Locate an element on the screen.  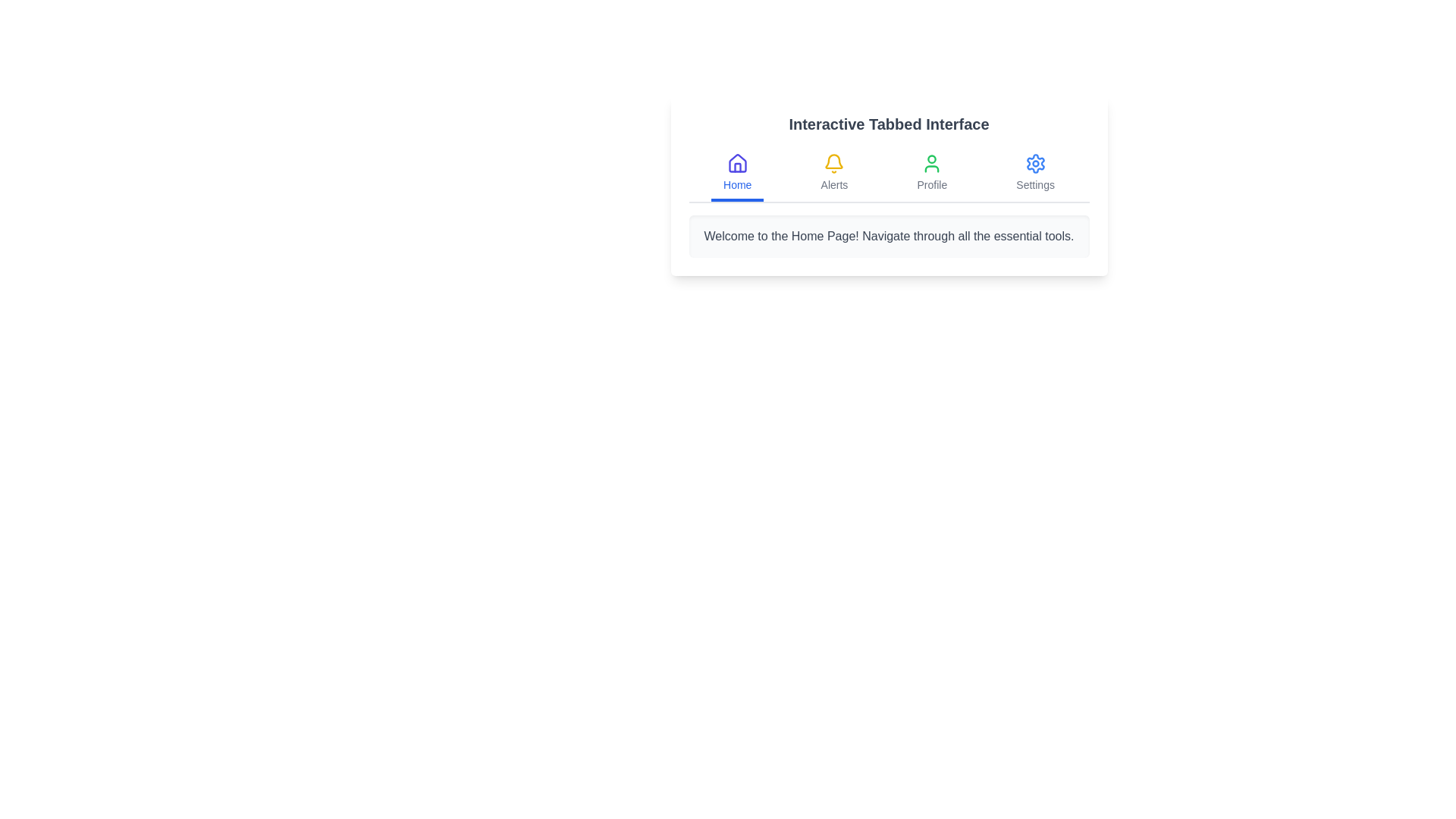
the Alerts tab to inspect its content is located at coordinates (833, 174).